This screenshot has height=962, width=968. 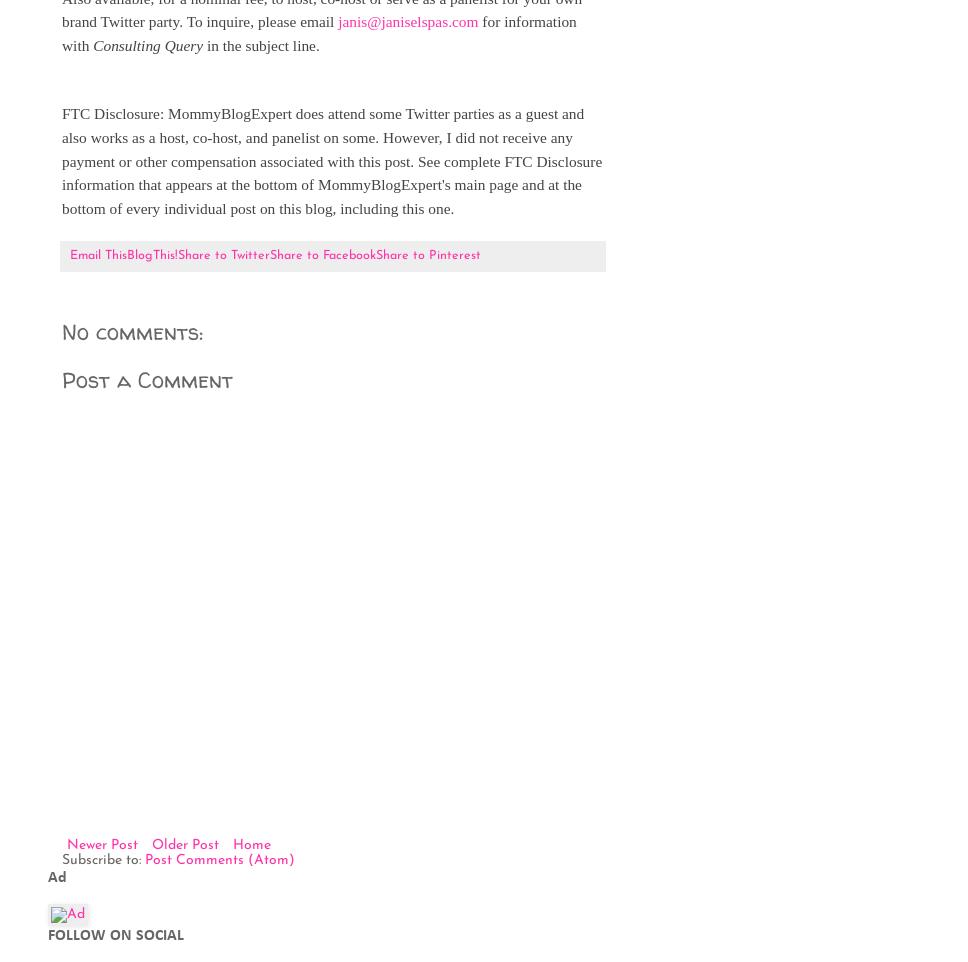 What do you see at coordinates (98, 255) in the screenshot?
I see `'Email This'` at bounding box center [98, 255].